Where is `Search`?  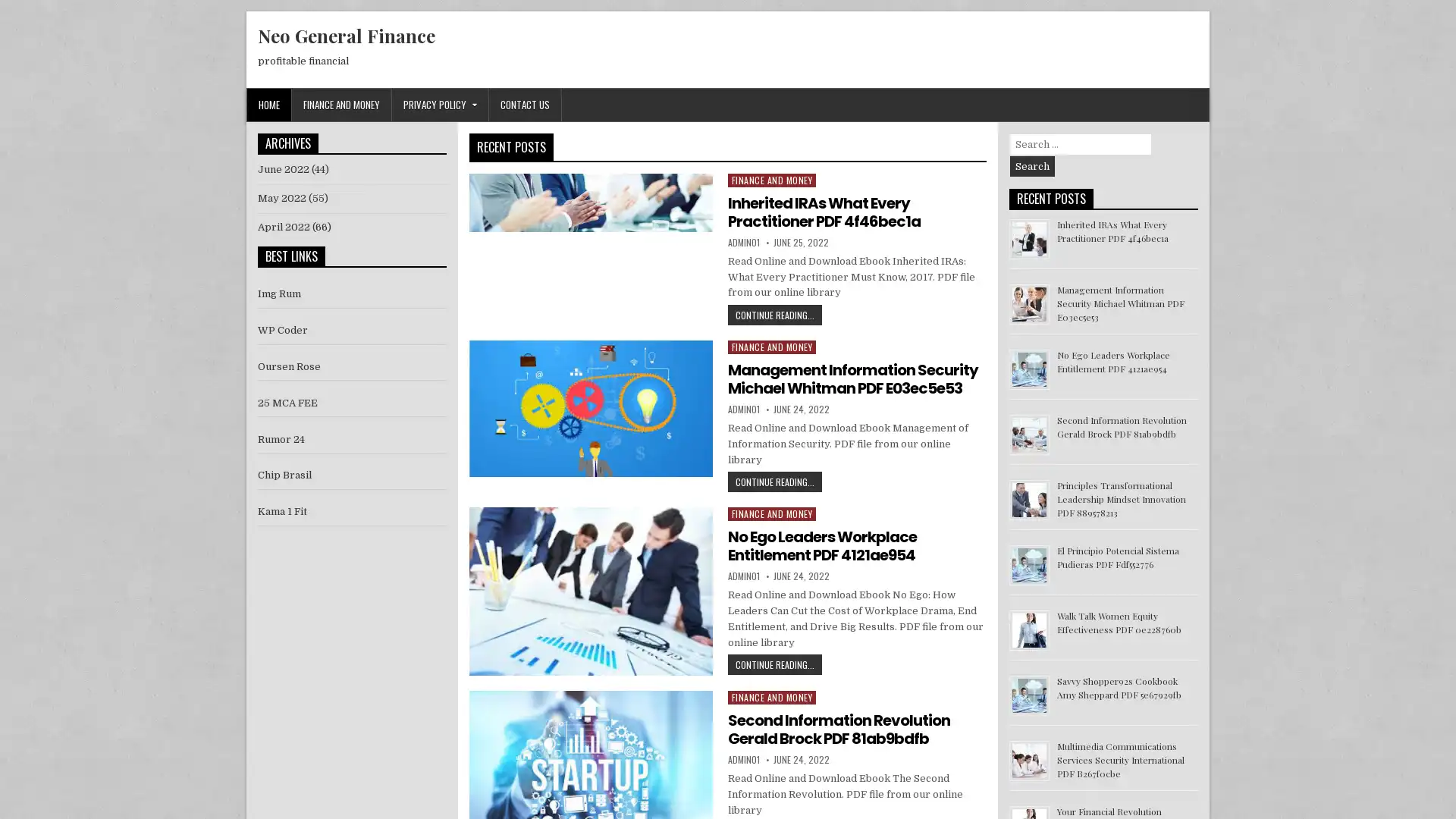 Search is located at coordinates (1031, 166).